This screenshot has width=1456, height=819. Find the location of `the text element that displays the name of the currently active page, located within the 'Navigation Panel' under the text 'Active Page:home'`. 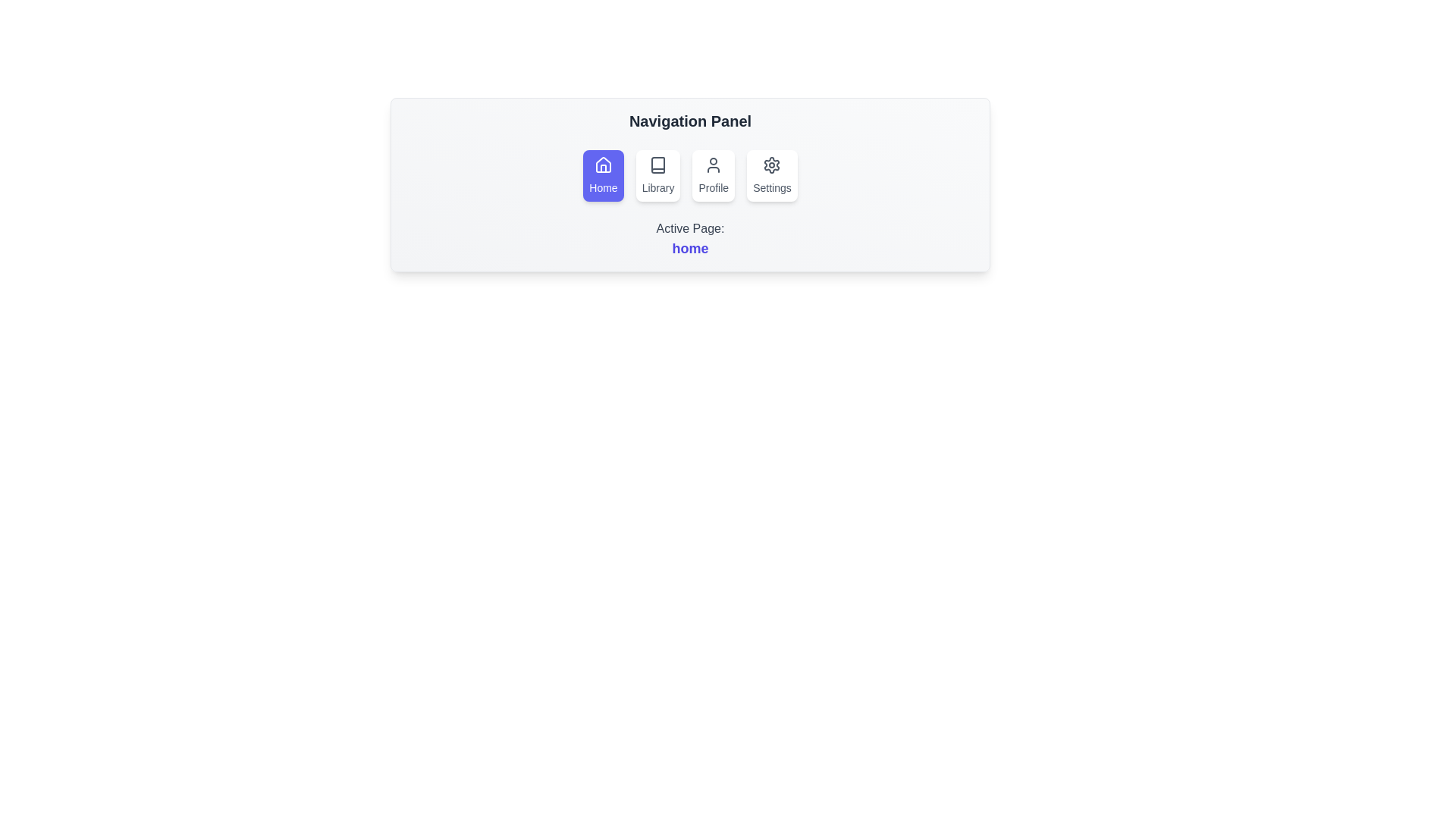

the text element that displays the name of the currently active page, located within the 'Navigation Panel' under the text 'Active Page:home' is located at coordinates (689, 247).